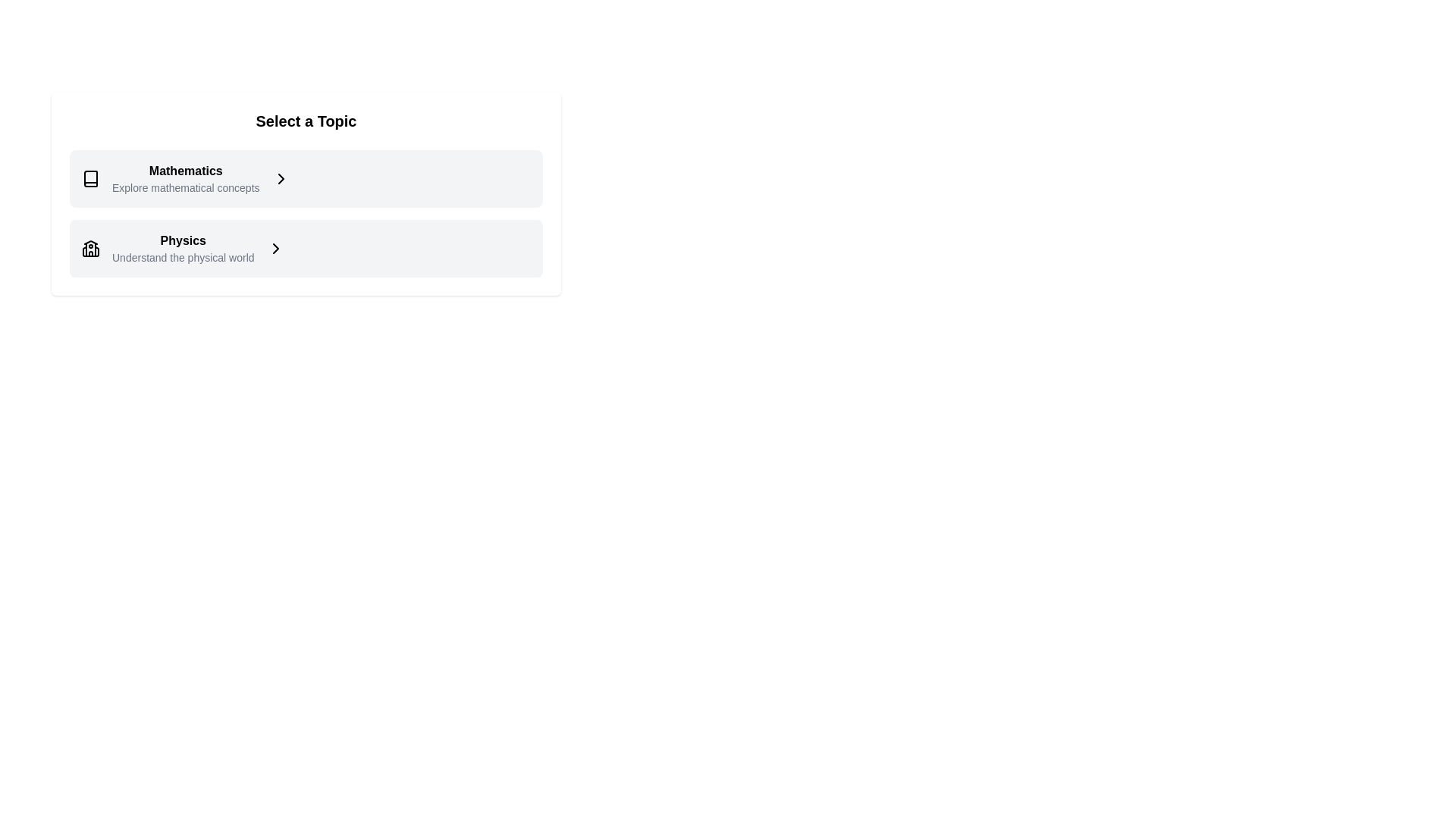  Describe the element at coordinates (90, 177) in the screenshot. I see `the book icon located in the first list item labeled 'Mathematics' with the subtitle 'Explore mathematical concepts', positioned to the far left and adjacent to the text content` at that location.